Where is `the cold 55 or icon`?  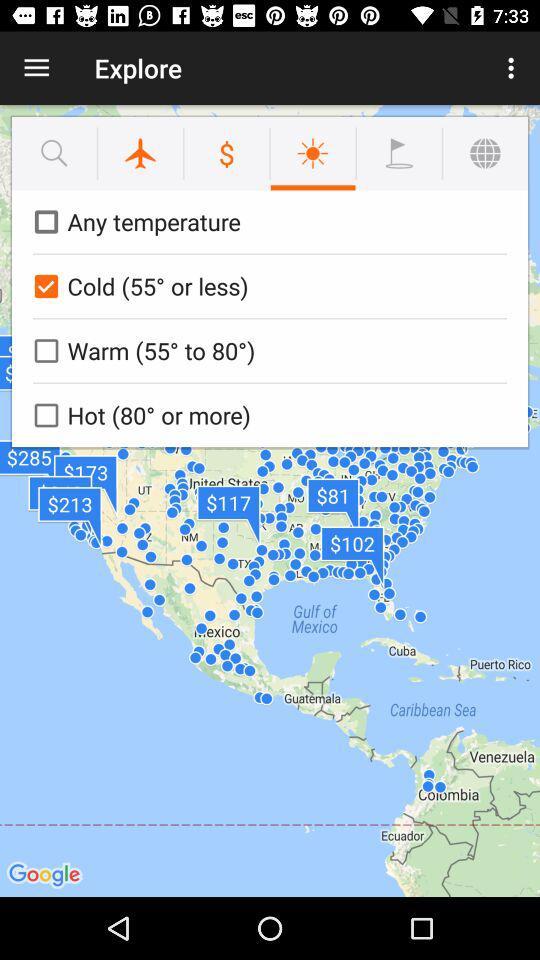
the cold 55 or icon is located at coordinates (266, 285).